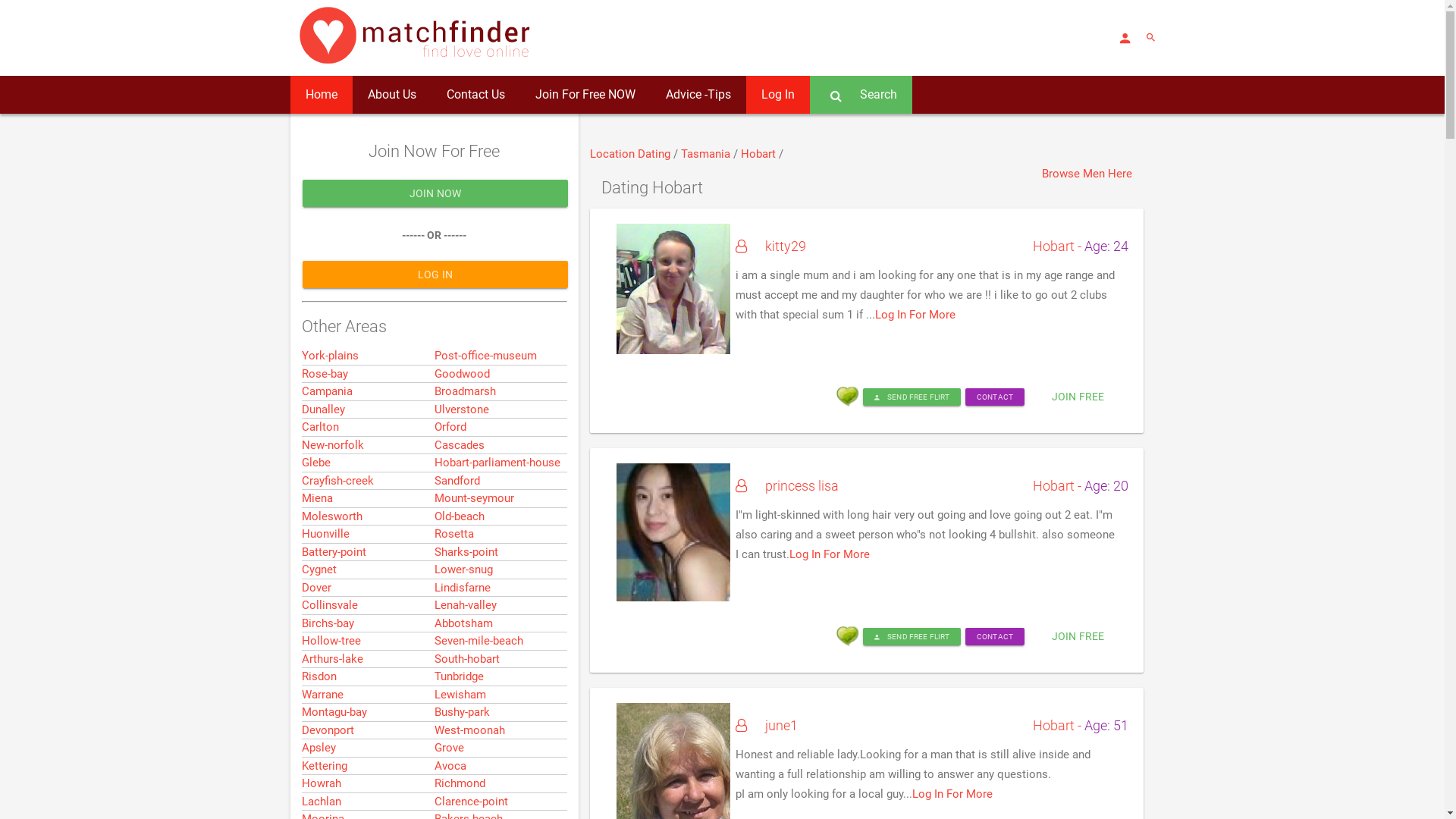 The image size is (1456, 819). What do you see at coordinates (302, 747) in the screenshot?
I see `'Apsley'` at bounding box center [302, 747].